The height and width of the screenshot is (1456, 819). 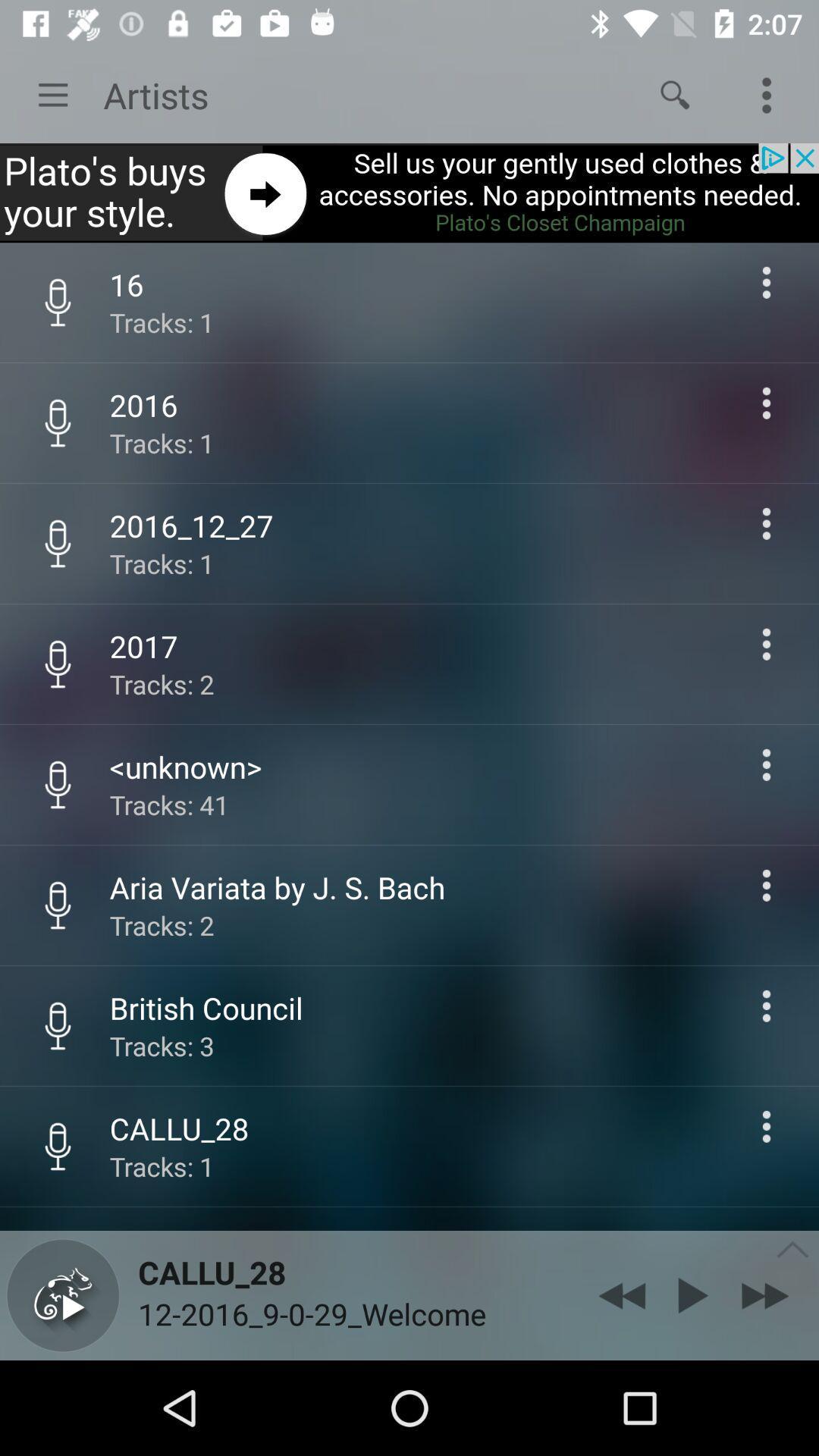 What do you see at coordinates (693, 1294) in the screenshot?
I see `the send icon` at bounding box center [693, 1294].